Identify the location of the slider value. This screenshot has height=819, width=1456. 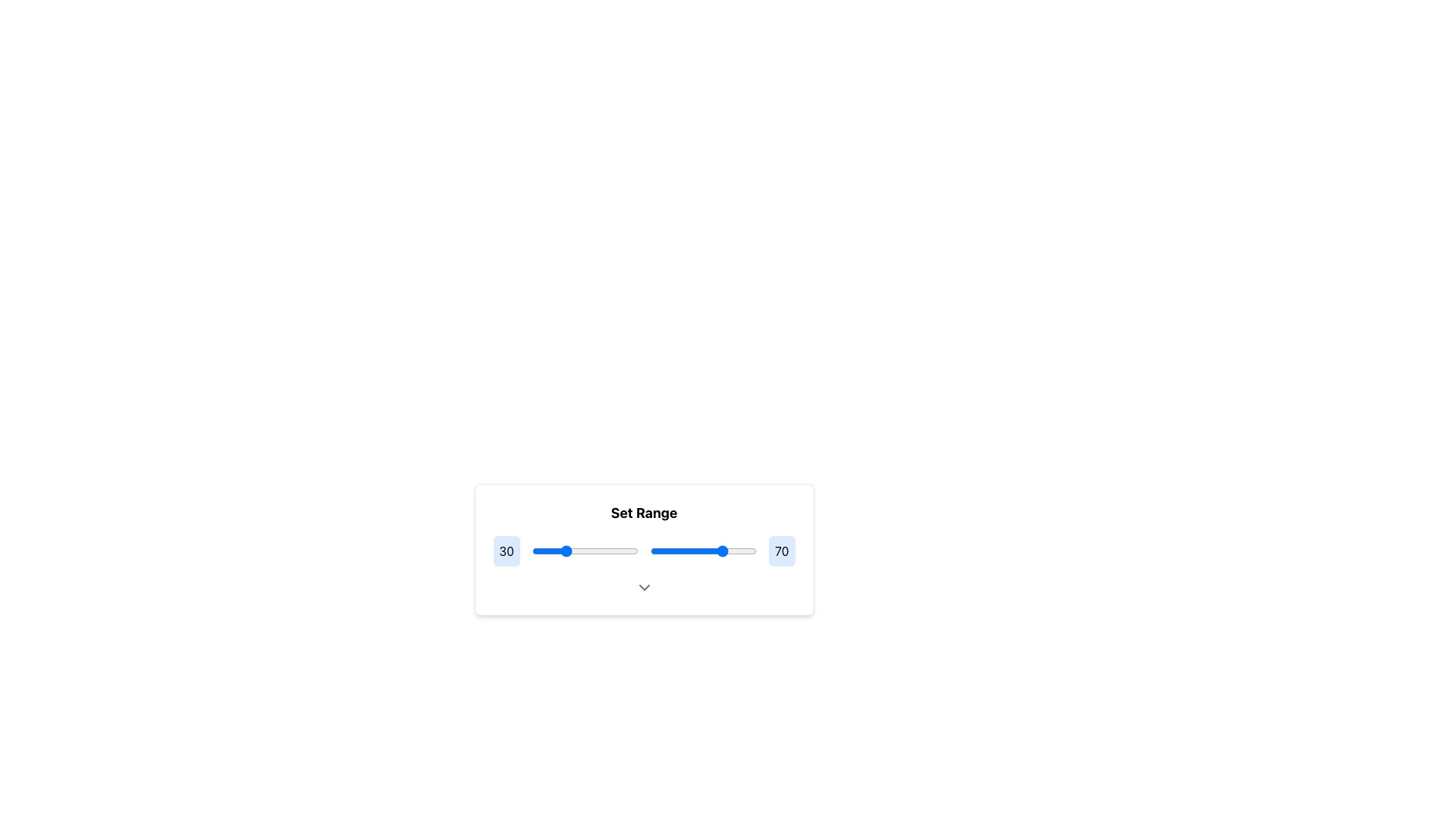
(578, 551).